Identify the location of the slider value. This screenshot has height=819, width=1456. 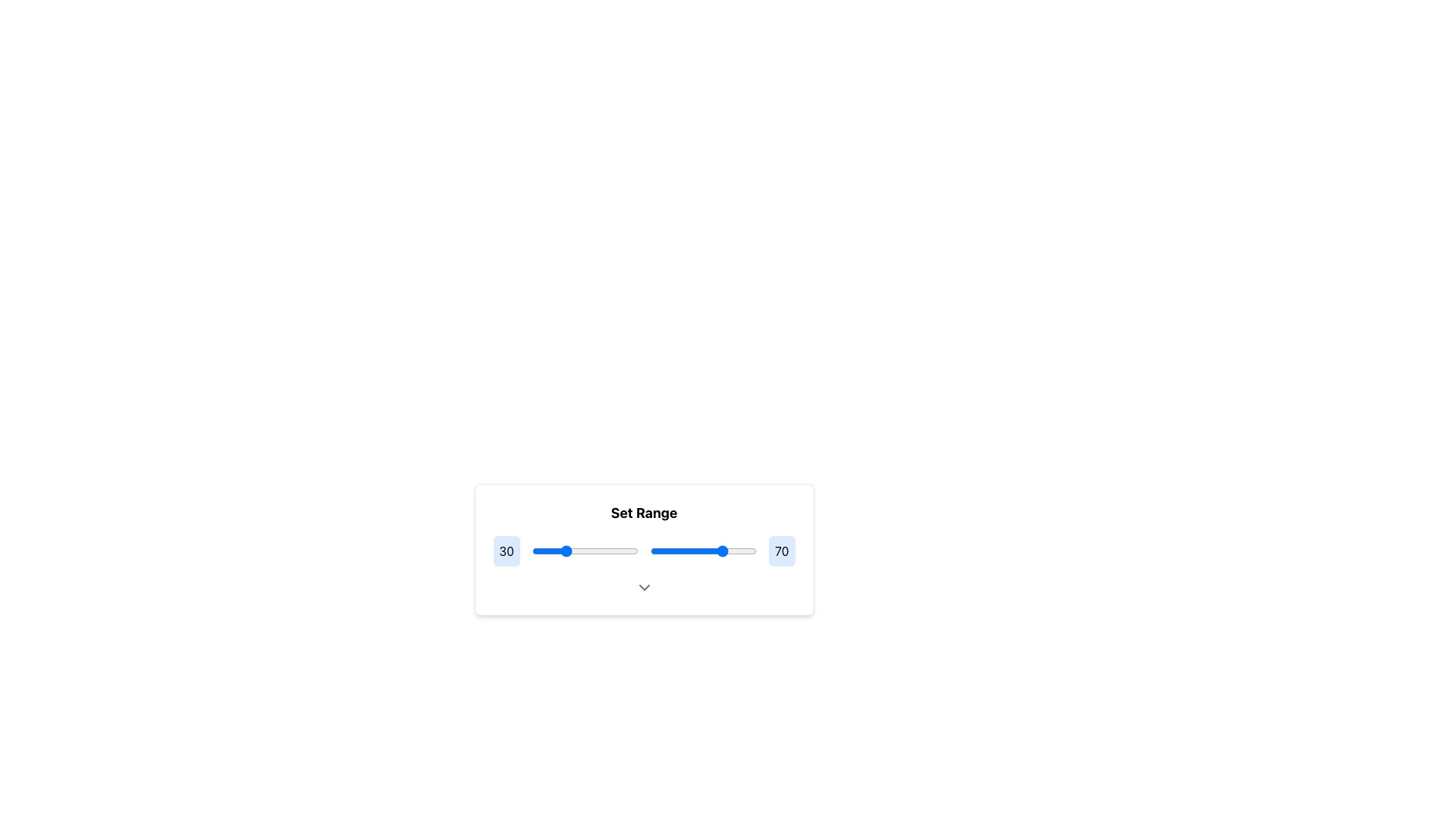
(578, 551).